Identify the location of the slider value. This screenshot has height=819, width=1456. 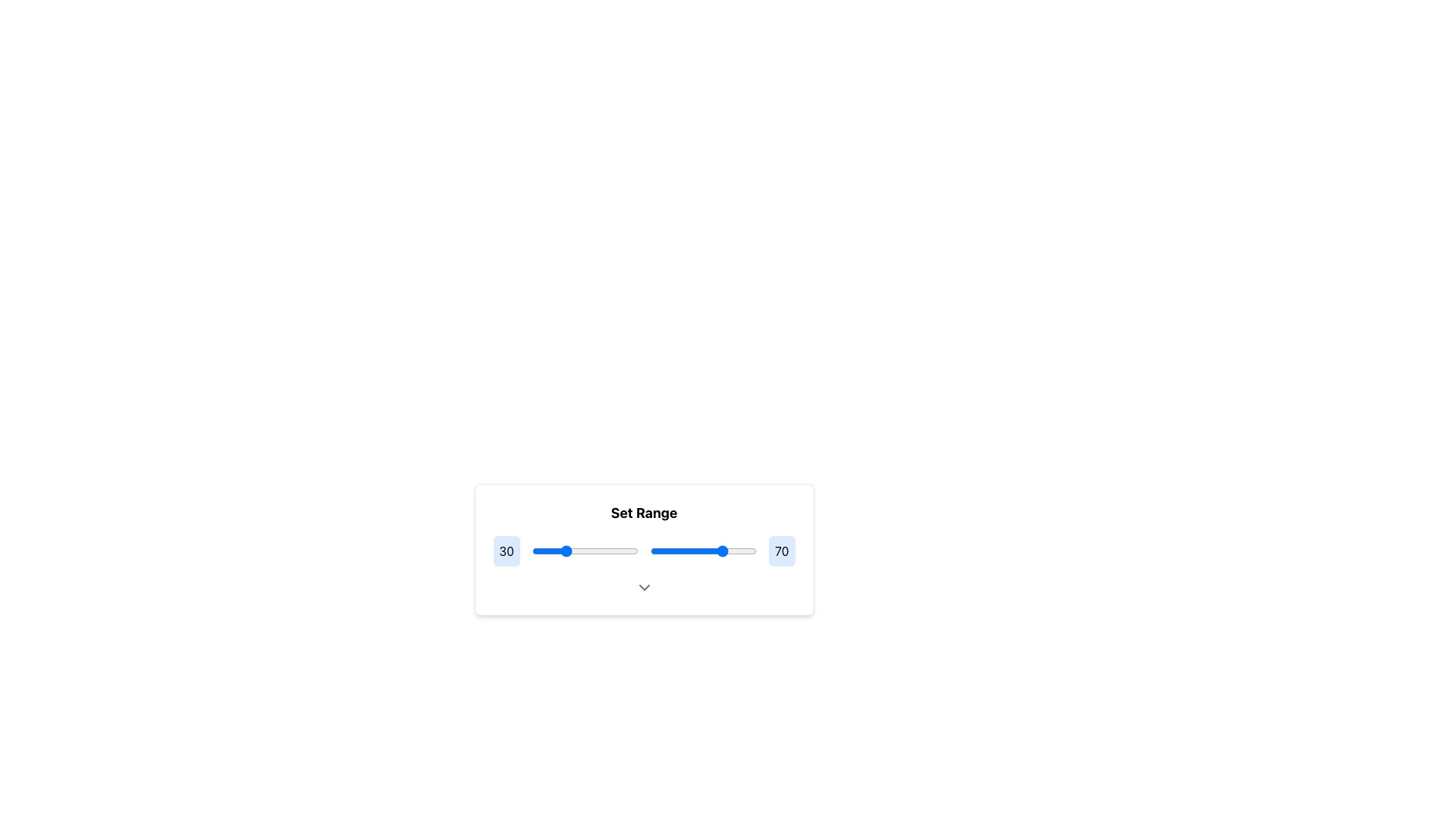
(578, 551).